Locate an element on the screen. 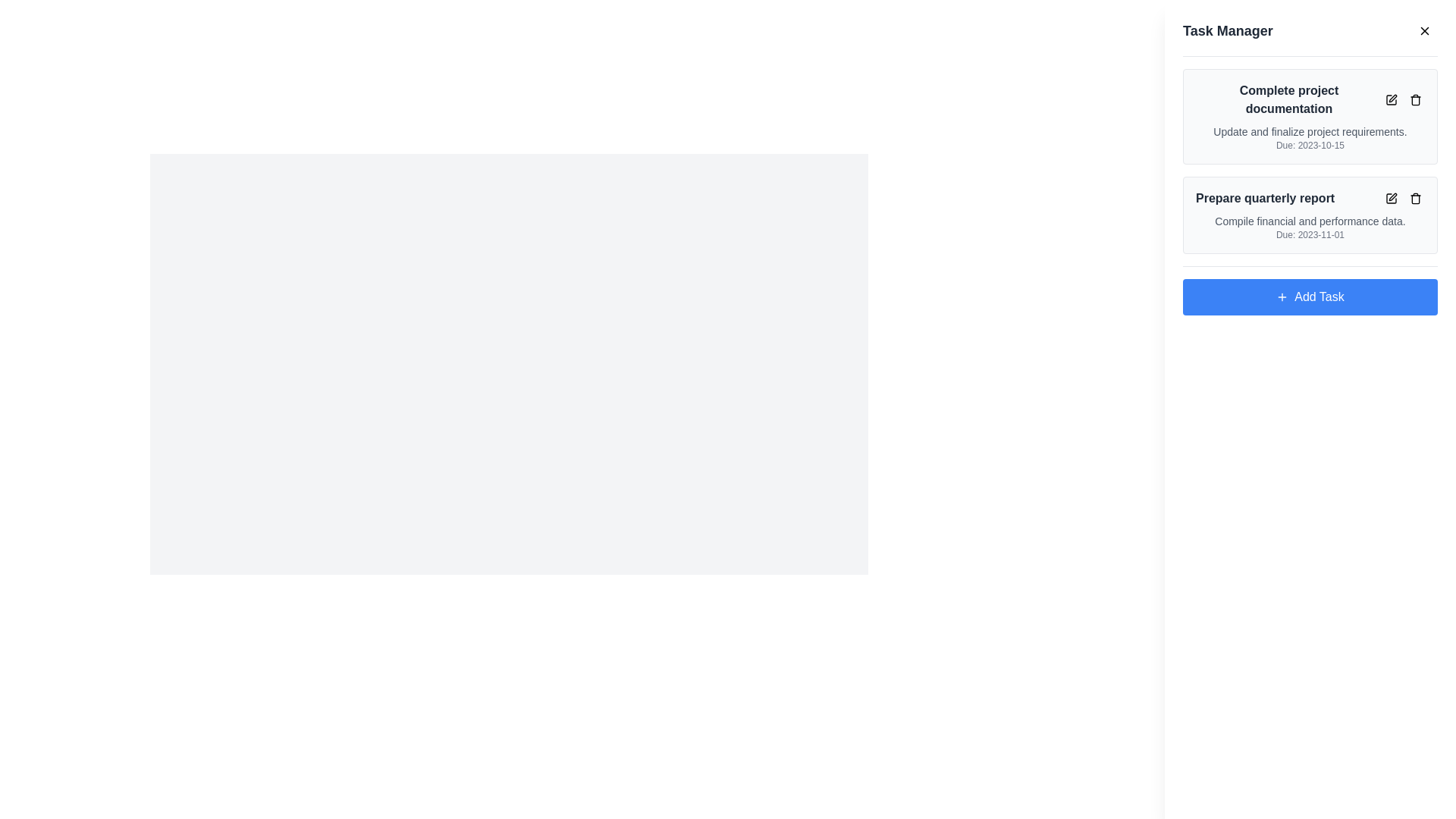 The width and height of the screenshot is (1456, 819). the text label displaying 'Complete project documentation' located at the top section of the task item in the 'Task Manager' panel is located at coordinates (1288, 99).